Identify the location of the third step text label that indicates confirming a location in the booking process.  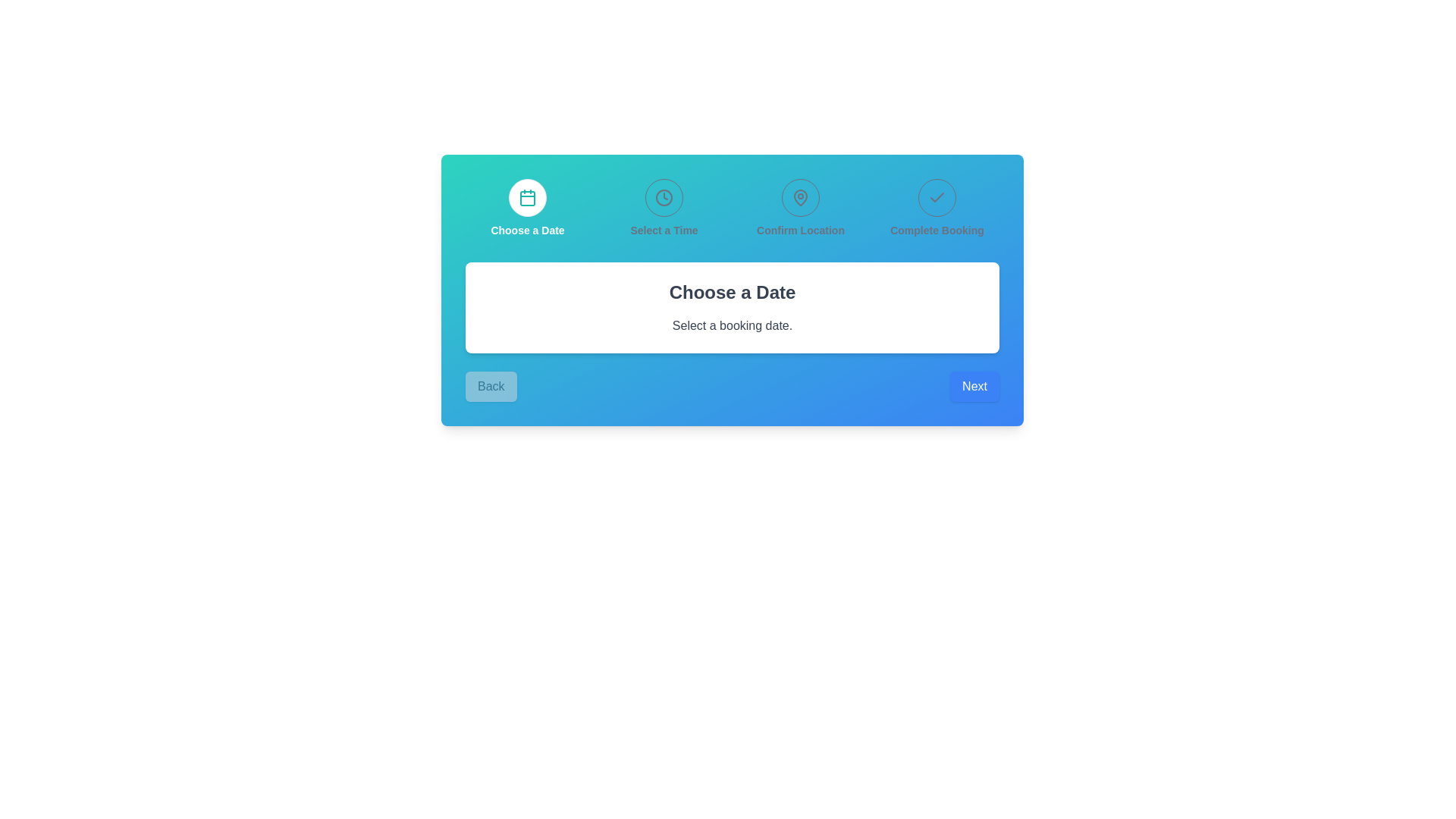
(800, 231).